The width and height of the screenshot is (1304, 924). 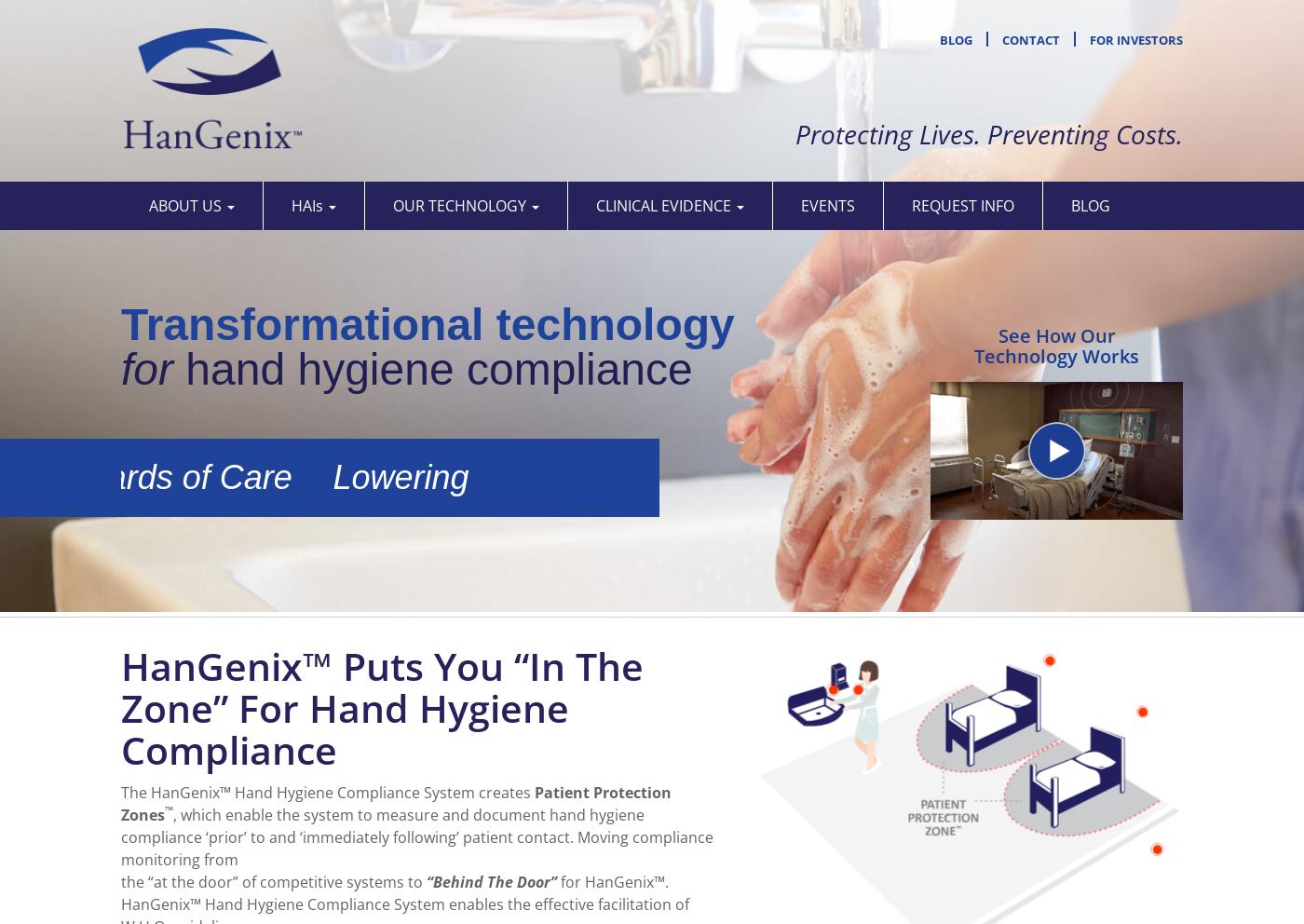 What do you see at coordinates (461, 206) in the screenshot?
I see `'OUR TECHNOLOGY'` at bounding box center [461, 206].